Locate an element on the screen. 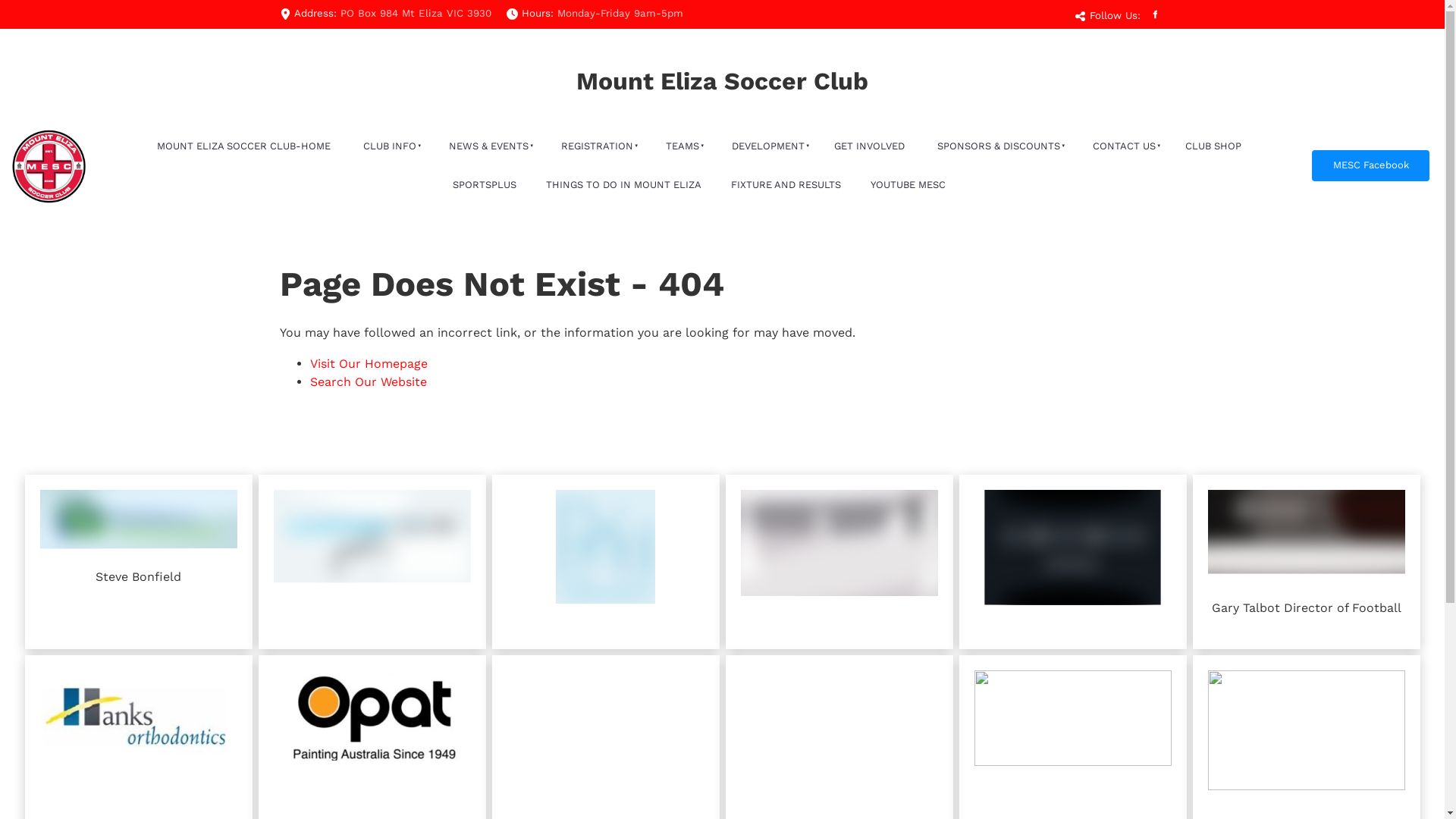 The image size is (1456, 819). 'CONTACT US' is located at coordinates (1122, 146).